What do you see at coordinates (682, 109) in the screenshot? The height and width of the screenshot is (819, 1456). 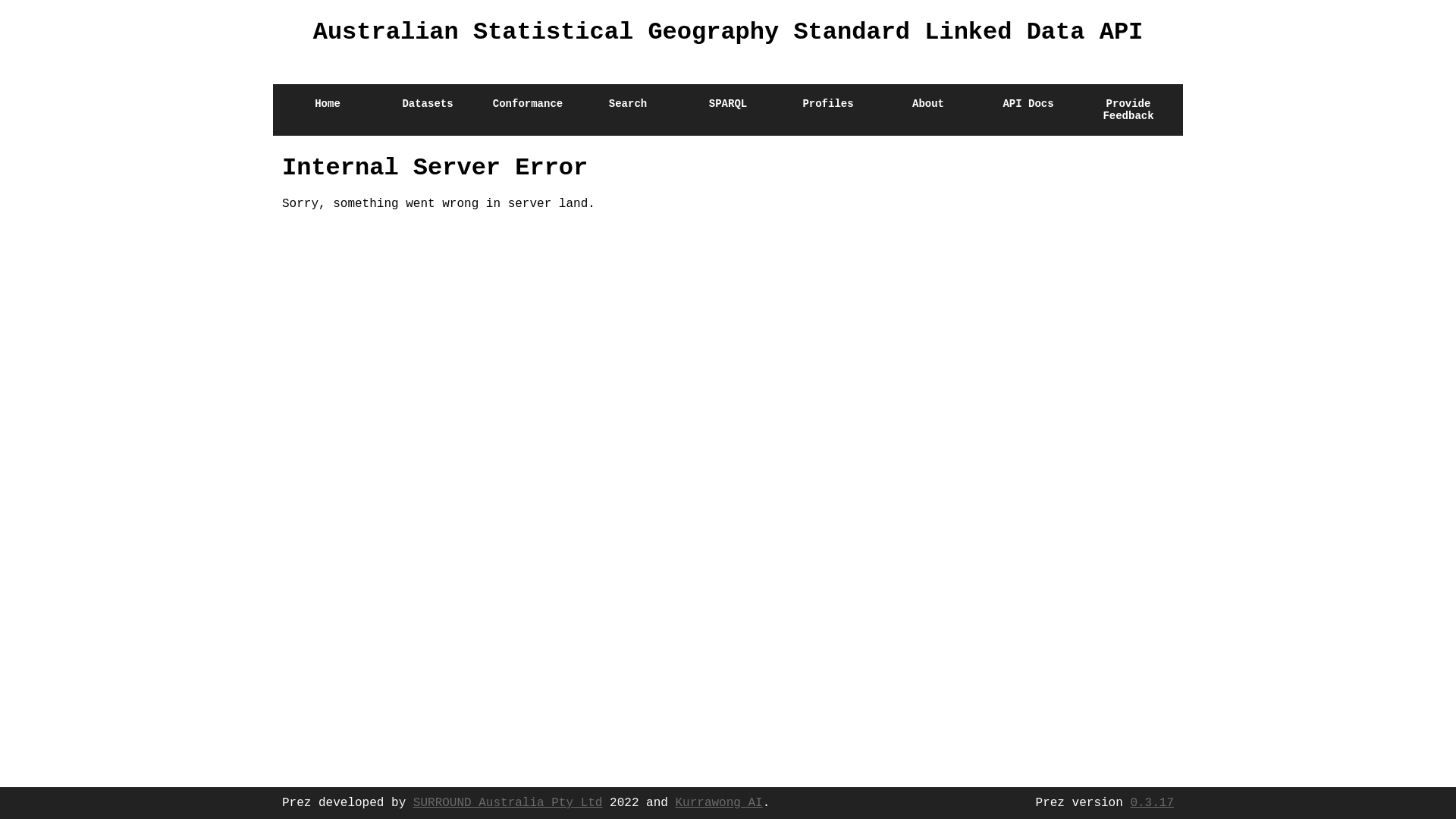 I see `'SPARQL'` at bounding box center [682, 109].